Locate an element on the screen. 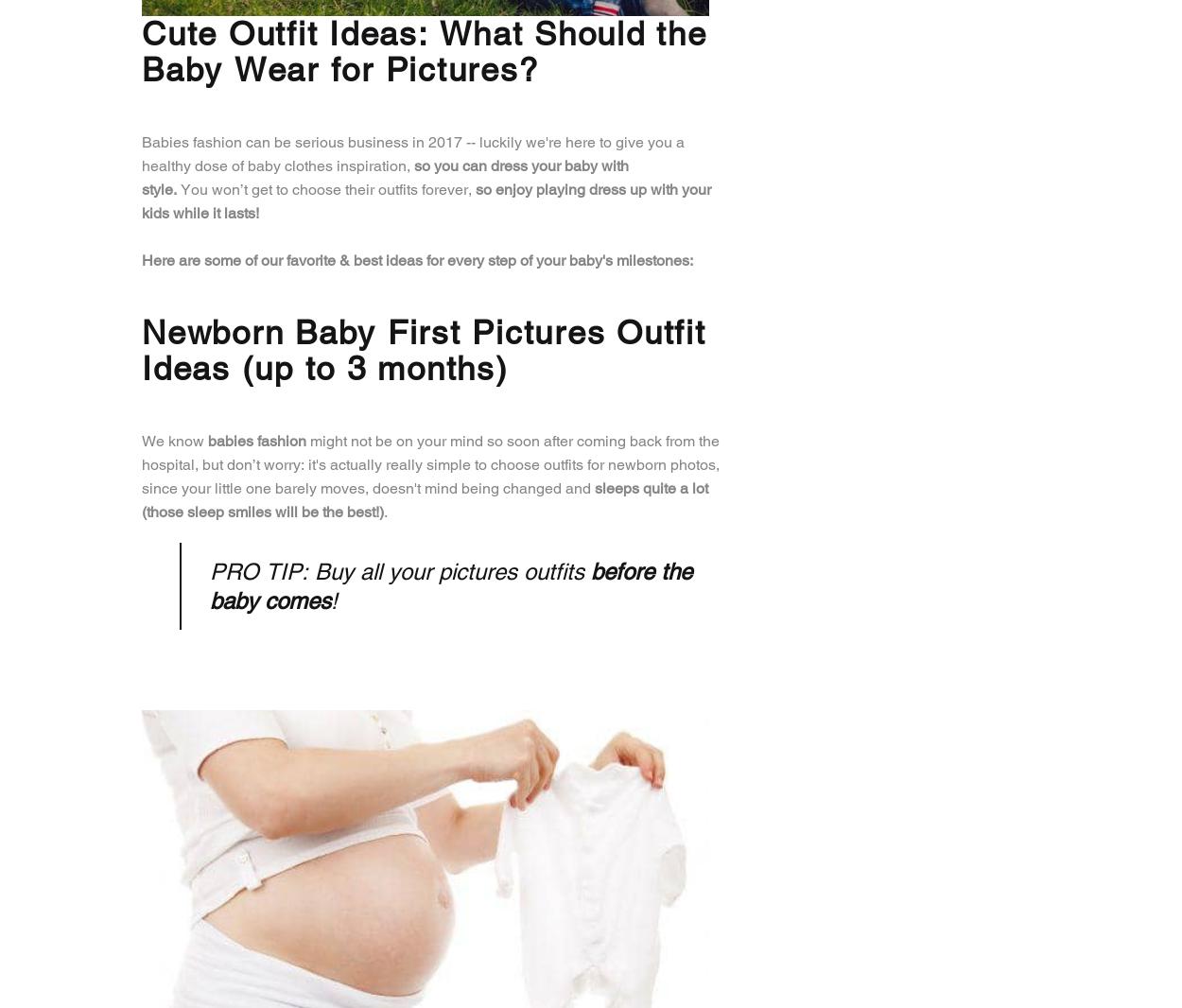  '.' is located at coordinates (386, 510).